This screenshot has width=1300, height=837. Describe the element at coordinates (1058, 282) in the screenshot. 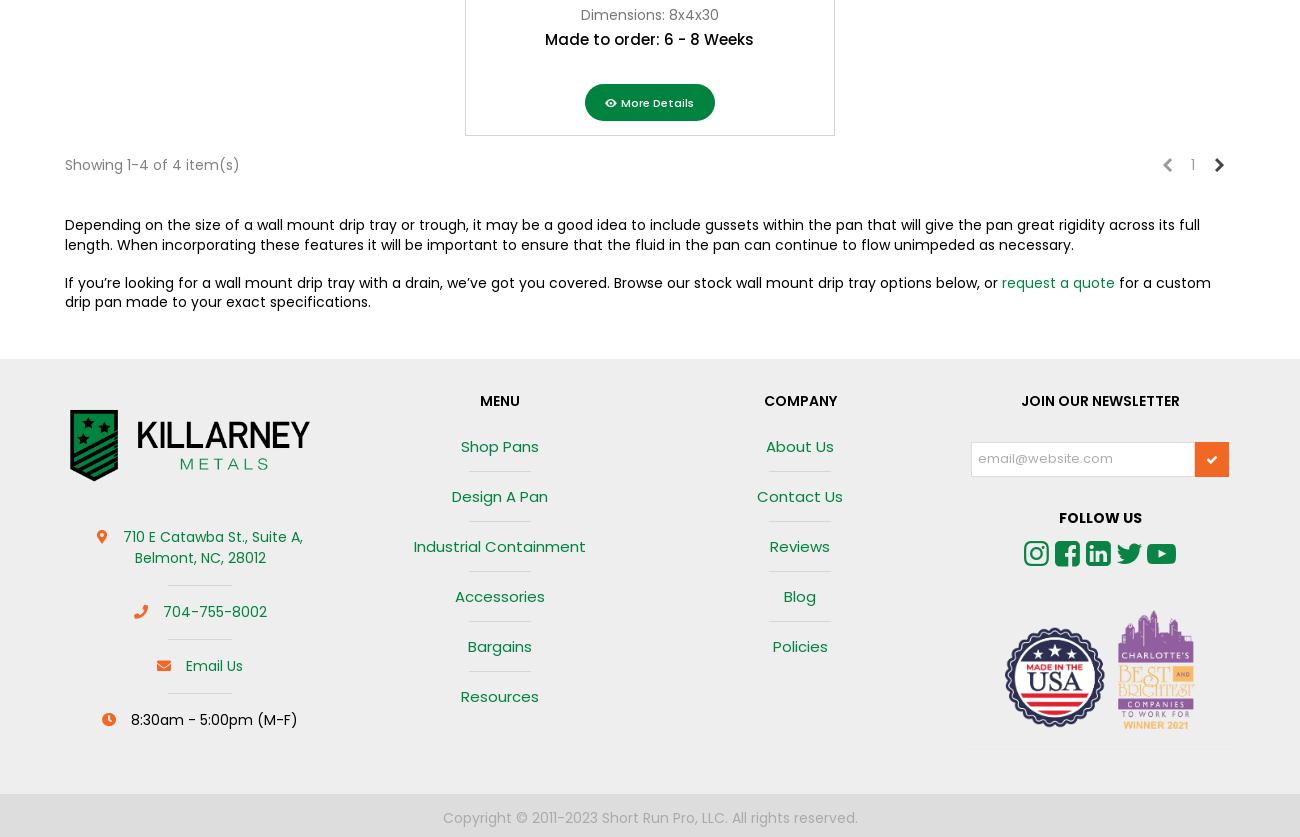

I see `'request a quote'` at that location.